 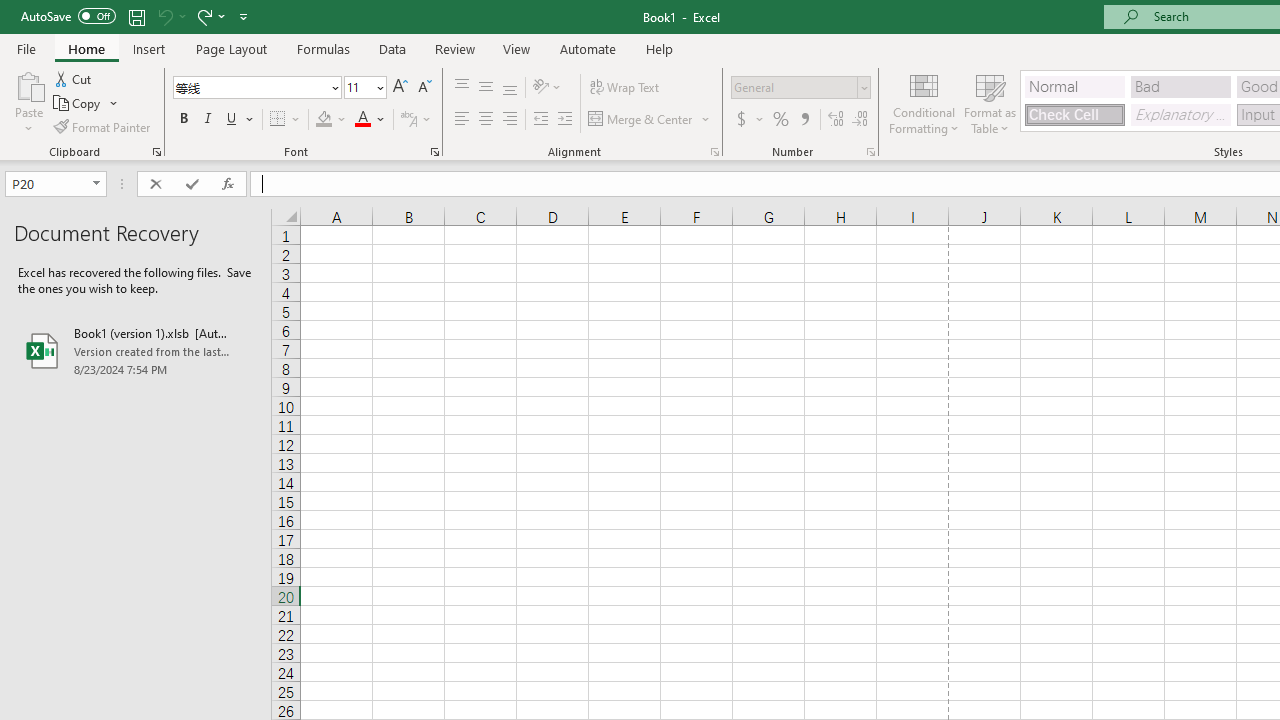 I want to click on 'Copy', so click(x=85, y=103).